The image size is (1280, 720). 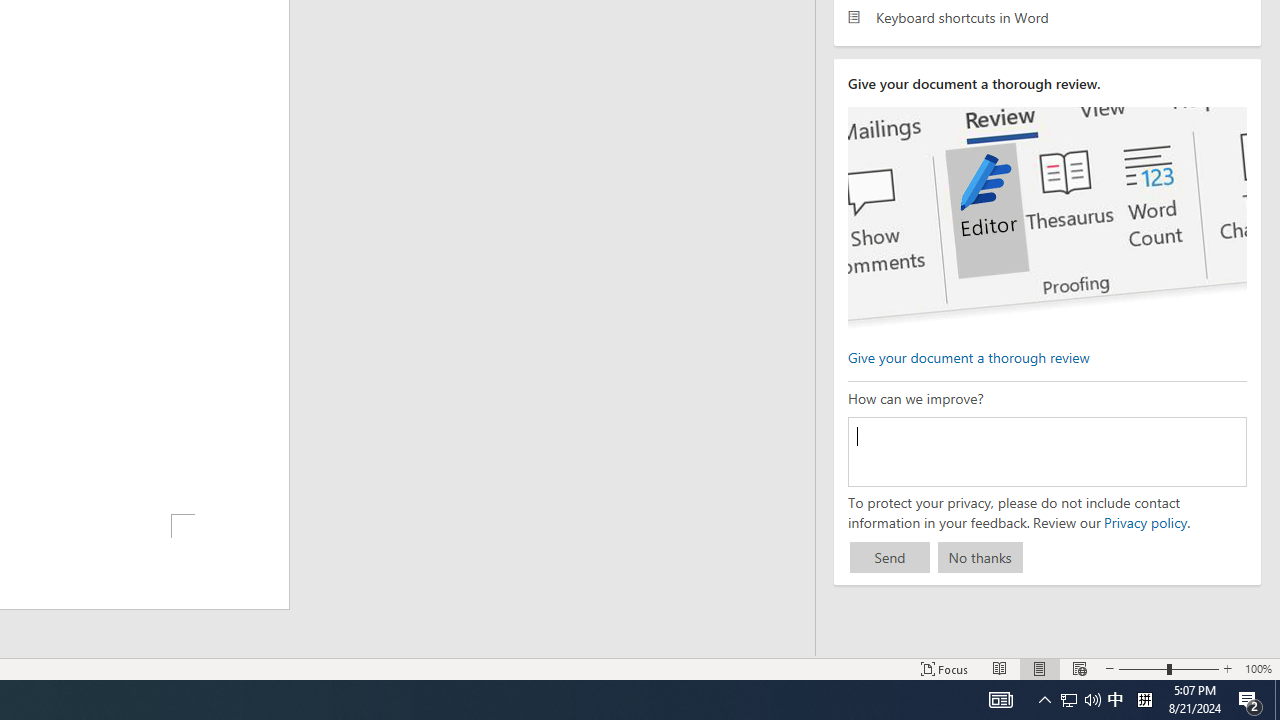 I want to click on 'Print Layout', so click(x=1040, y=669).